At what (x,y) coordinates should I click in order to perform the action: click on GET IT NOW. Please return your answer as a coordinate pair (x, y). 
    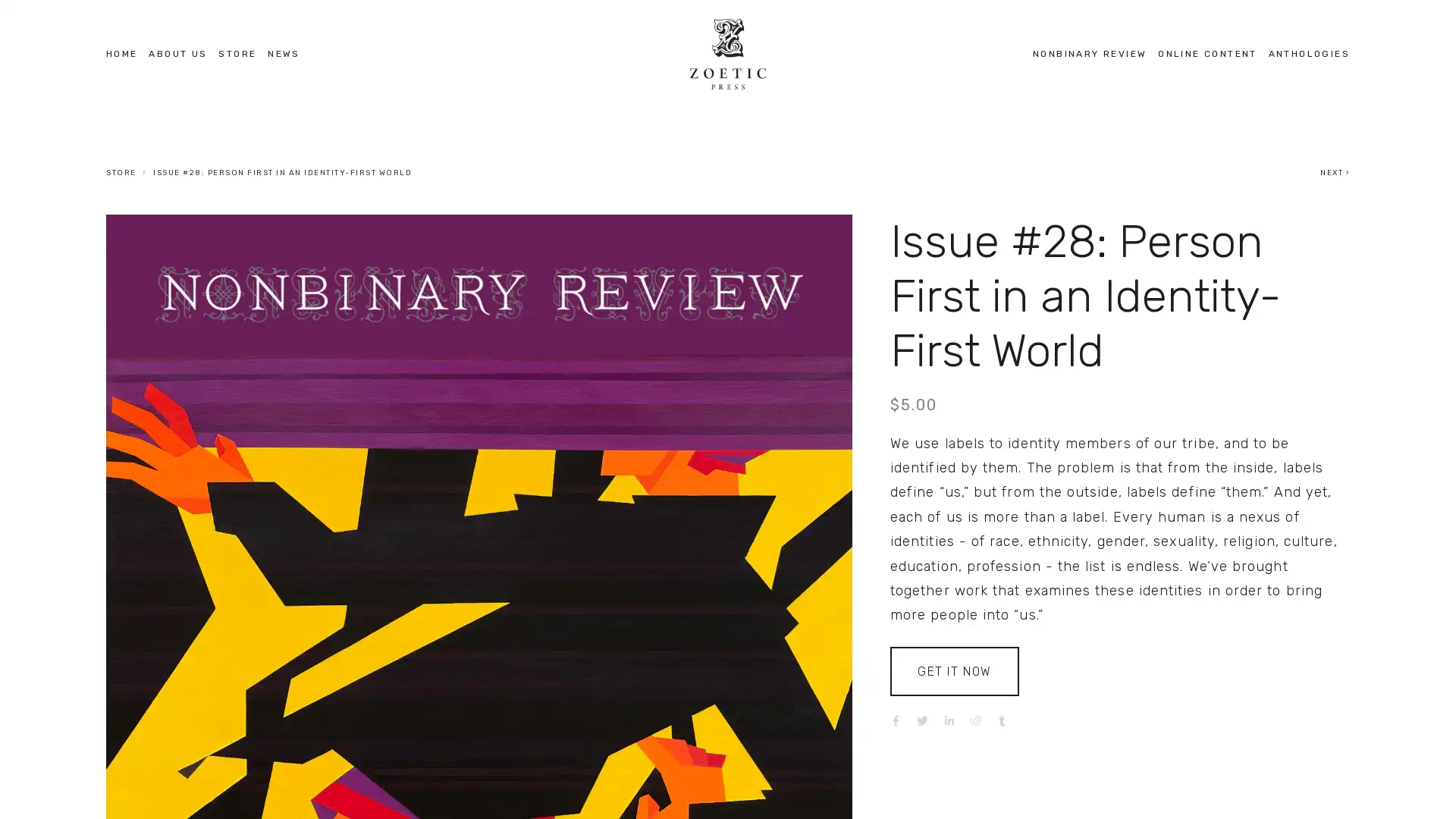
    Looking at the image, I should click on (953, 670).